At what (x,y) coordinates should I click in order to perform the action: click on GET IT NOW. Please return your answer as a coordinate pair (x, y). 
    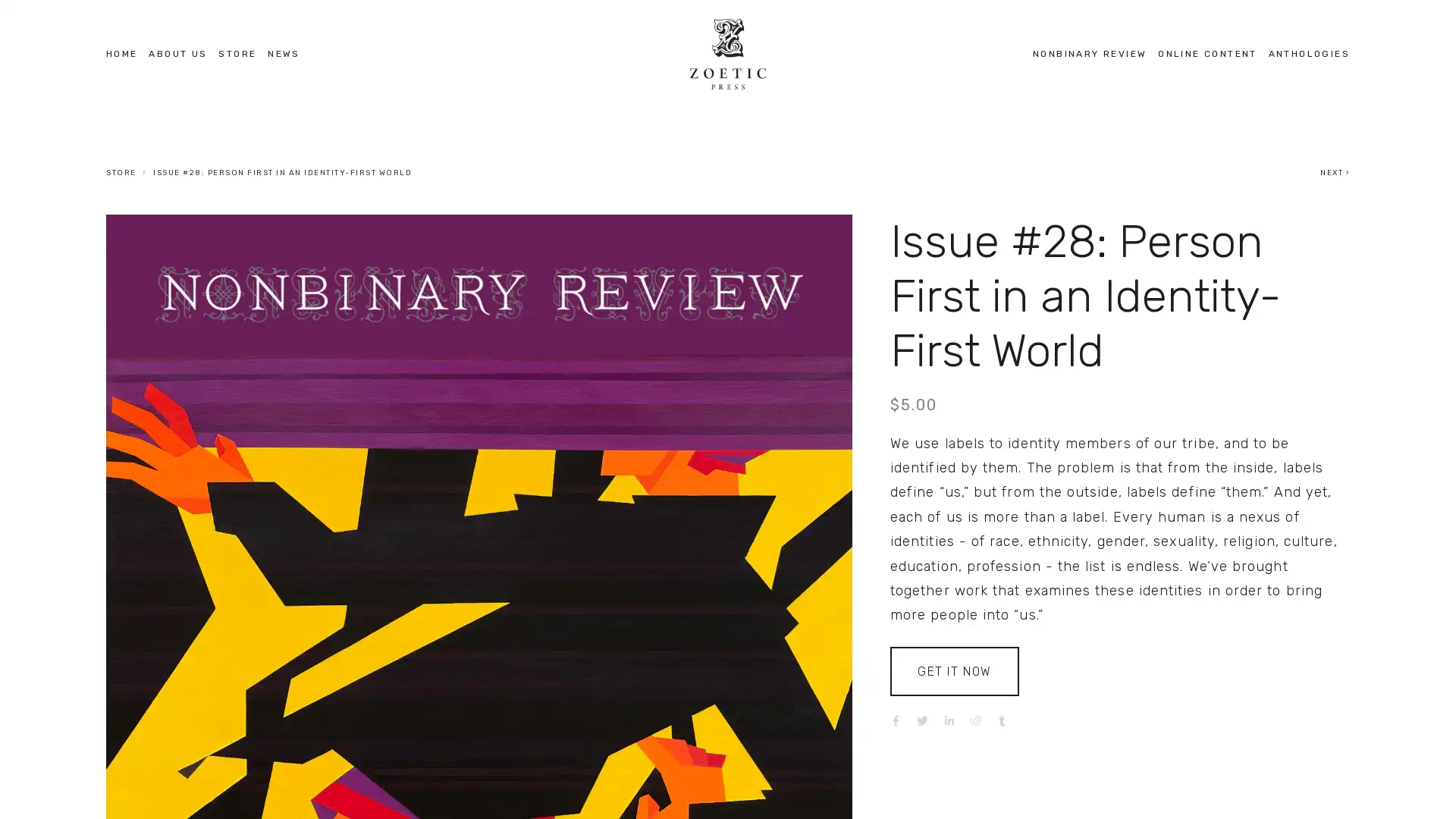
    Looking at the image, I should click on (953, 670).